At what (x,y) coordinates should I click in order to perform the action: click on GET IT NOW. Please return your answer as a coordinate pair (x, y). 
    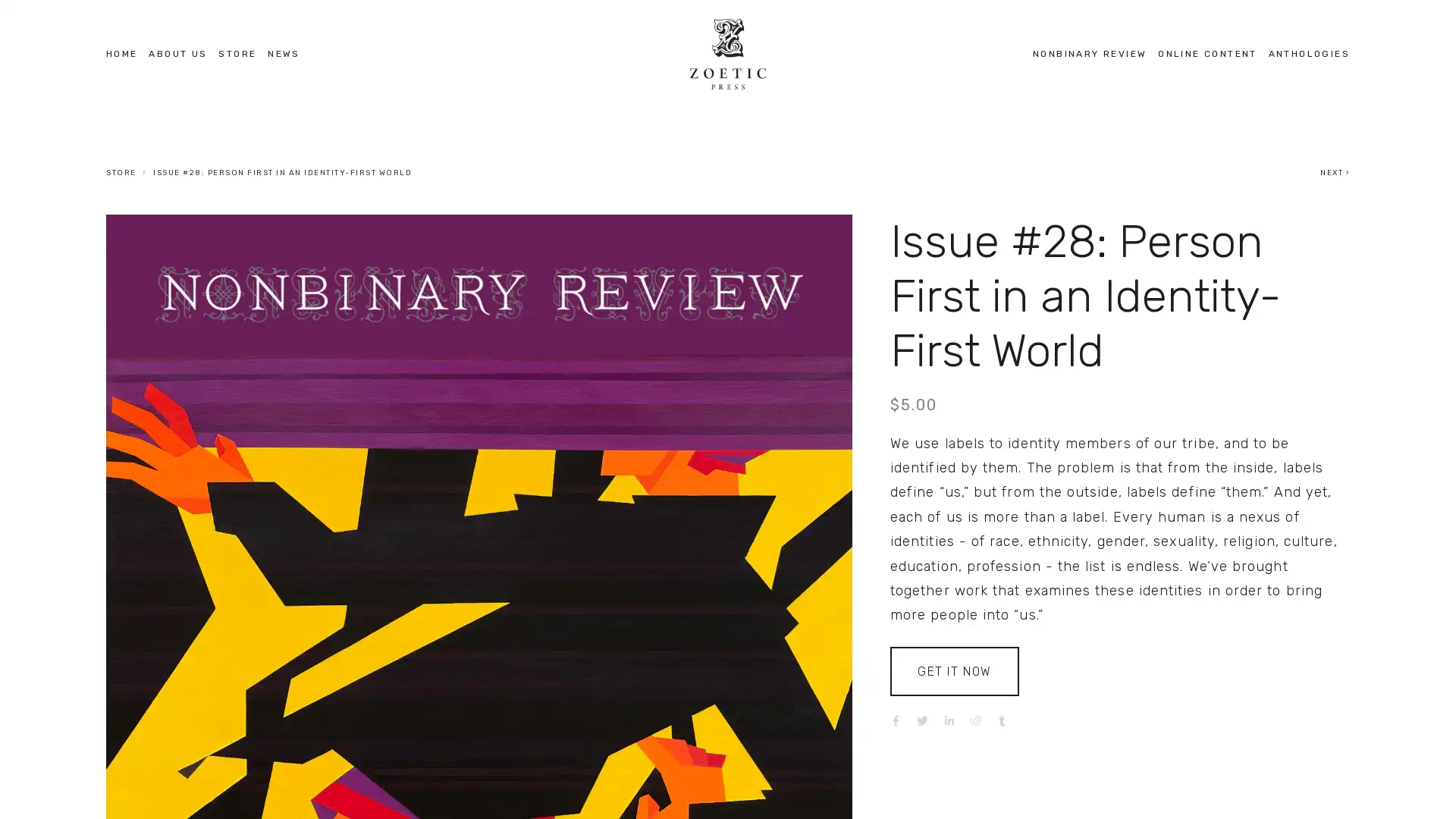
    Looking at the image, I should click on (953, 670).